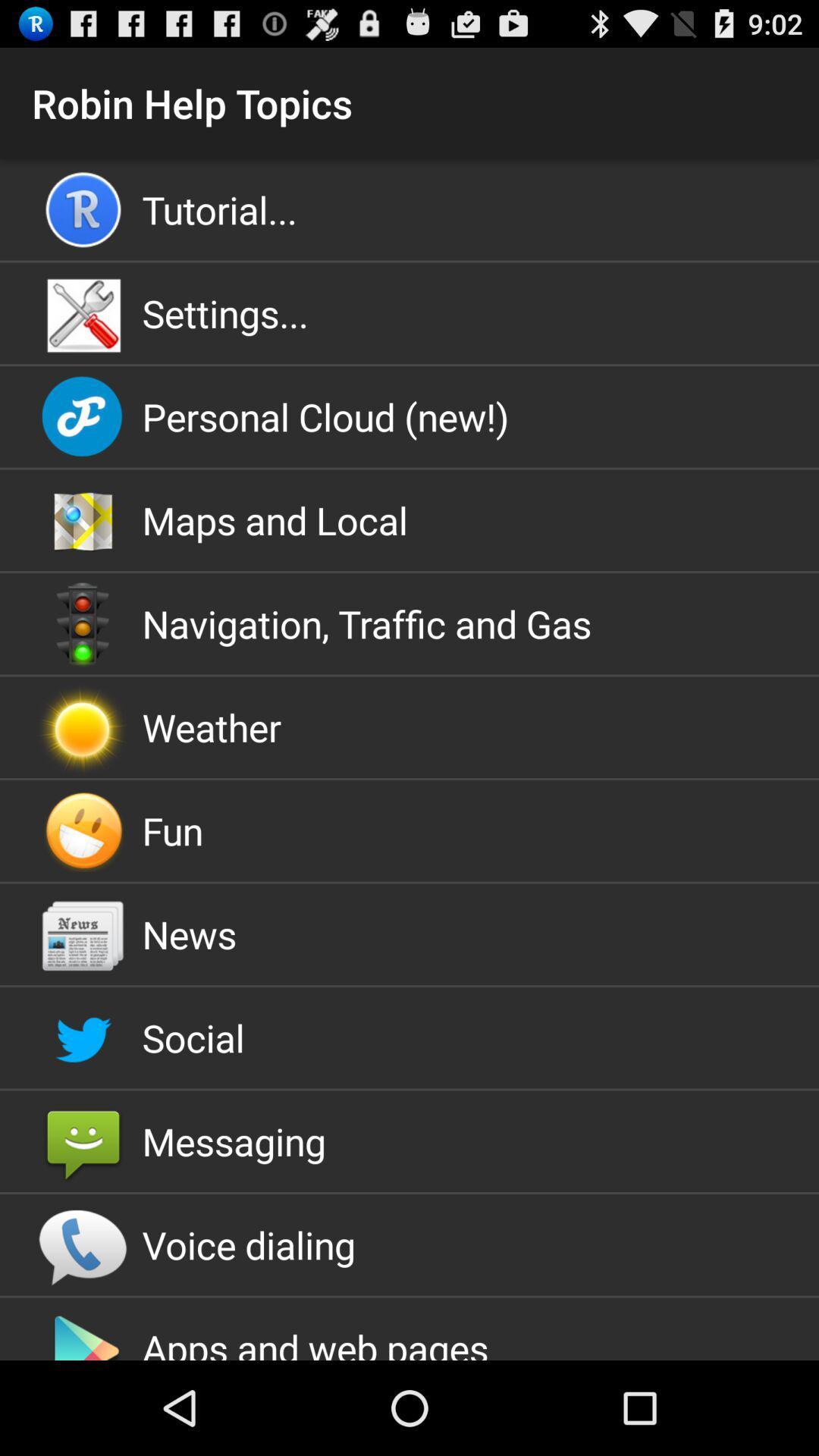 The image size is (819, 1456). What do you see at coordinates (409, 312) in the screenshot?
I see `the icon above the  personal cloud (new!)` at bounding box center [409, 312].